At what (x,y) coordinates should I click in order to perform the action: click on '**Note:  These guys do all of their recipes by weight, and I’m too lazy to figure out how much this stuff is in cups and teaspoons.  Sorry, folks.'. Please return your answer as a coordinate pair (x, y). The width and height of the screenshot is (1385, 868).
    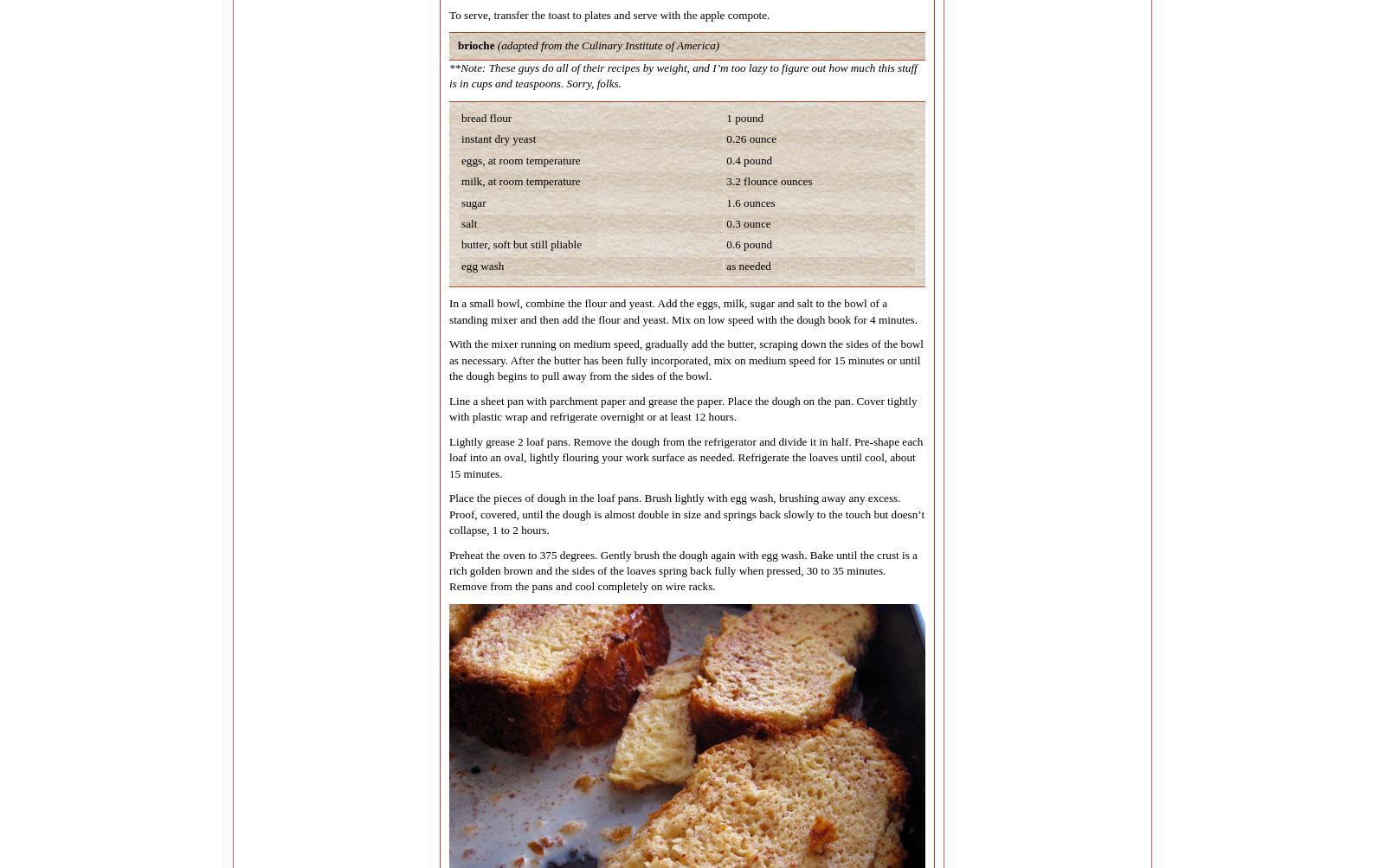
    Looking at the image, I should click on (448, 74).